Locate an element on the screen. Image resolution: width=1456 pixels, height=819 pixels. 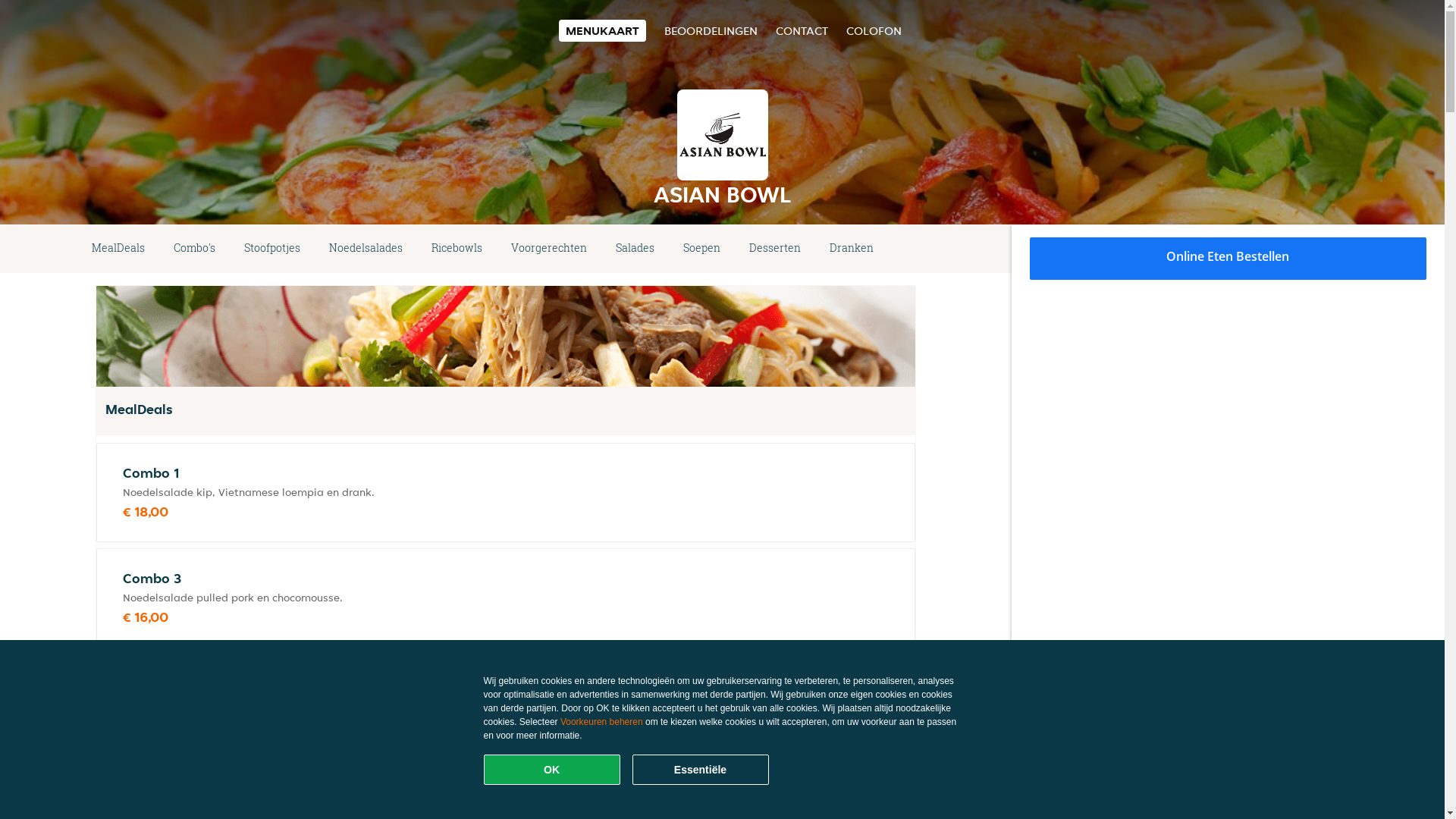
'BEOORDELINGEN' is located at coordinates (664, 30).